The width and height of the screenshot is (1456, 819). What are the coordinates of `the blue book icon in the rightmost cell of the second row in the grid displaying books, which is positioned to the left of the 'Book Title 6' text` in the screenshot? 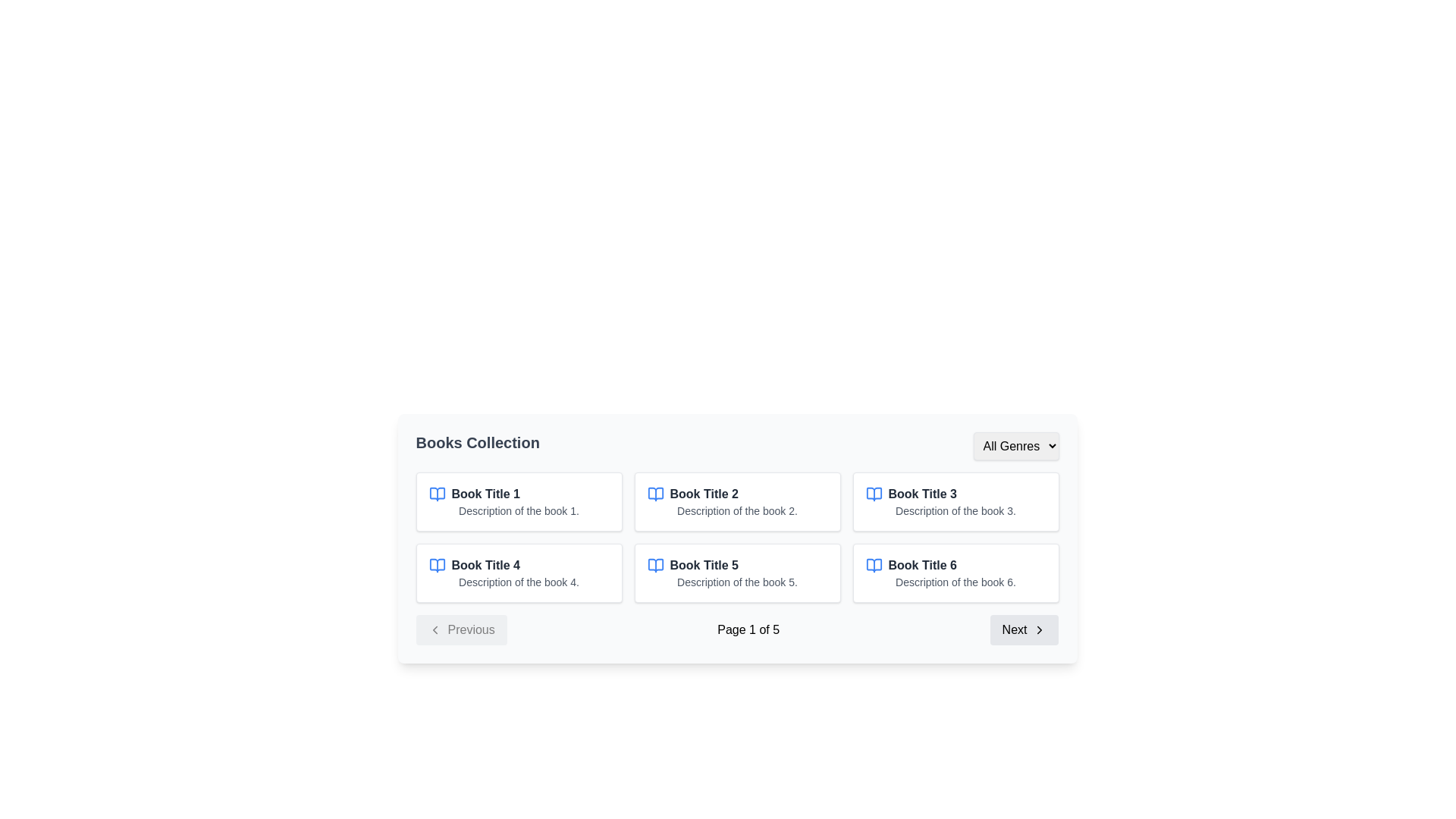 It's located at (874, 565).